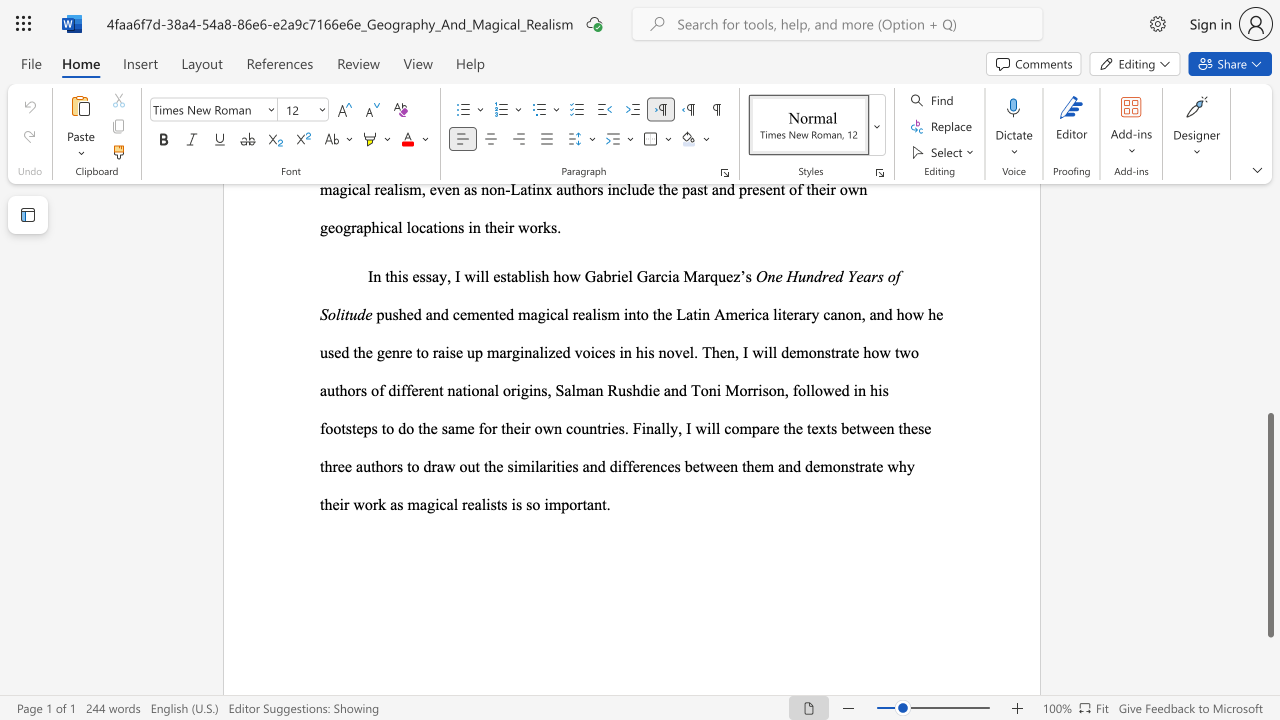  What do you see at coordinates (1269, 524) in the screenshot?
I see `the scrollbar and move down 50 pixels` at bounding box center [1269, 524].